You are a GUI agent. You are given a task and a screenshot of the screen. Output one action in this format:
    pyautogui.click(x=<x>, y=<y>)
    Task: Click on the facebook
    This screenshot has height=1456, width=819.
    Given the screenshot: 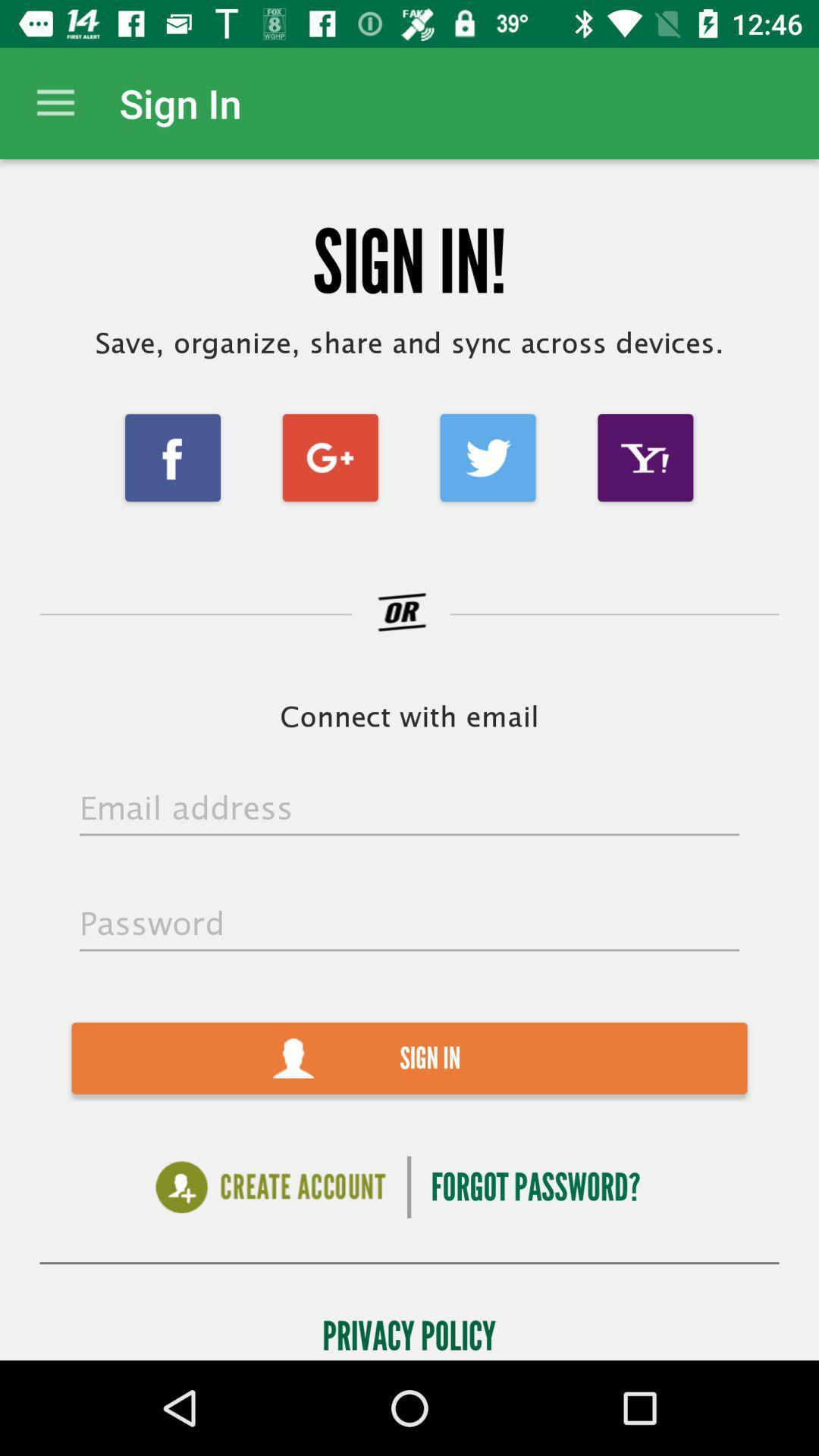 What is the action you would take?
    pyautogui.click(x=171, y=457)
    